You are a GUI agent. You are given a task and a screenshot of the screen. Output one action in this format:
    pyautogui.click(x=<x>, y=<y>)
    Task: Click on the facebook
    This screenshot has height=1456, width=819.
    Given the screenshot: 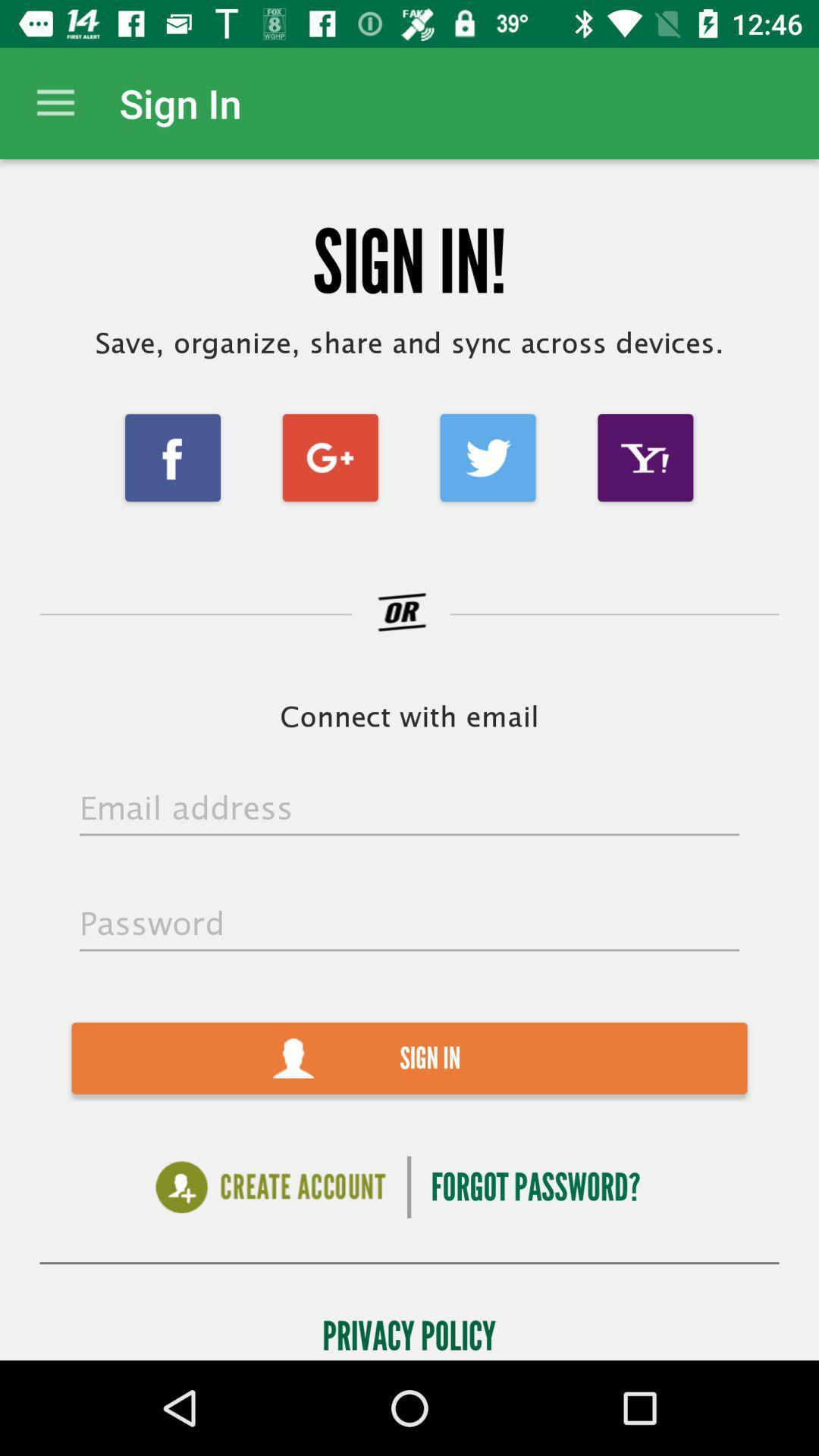 What is the action you would take?
    pyautogui.click(x=171, y=457)
    